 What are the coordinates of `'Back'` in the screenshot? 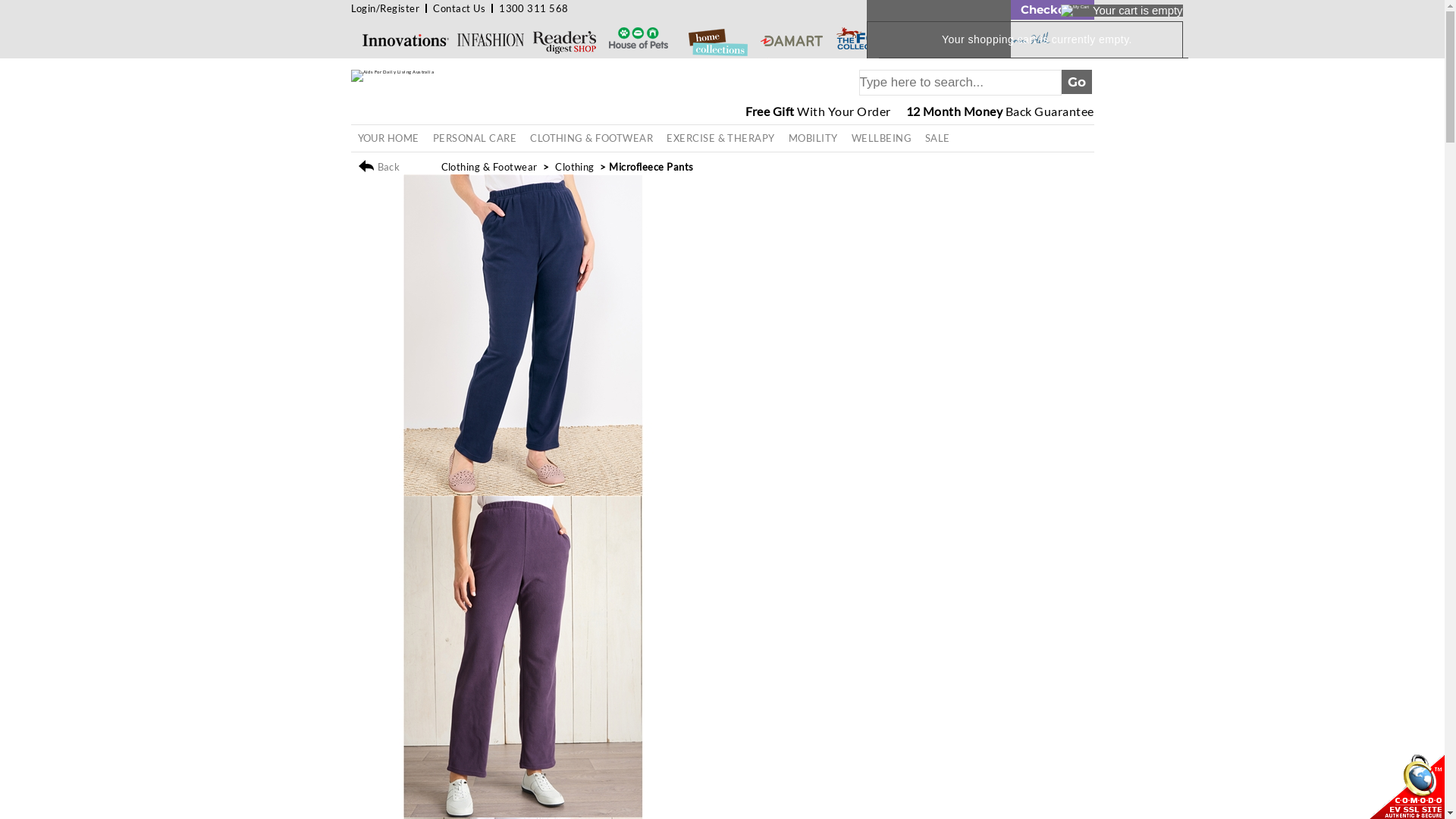 It's located at (356, 167).